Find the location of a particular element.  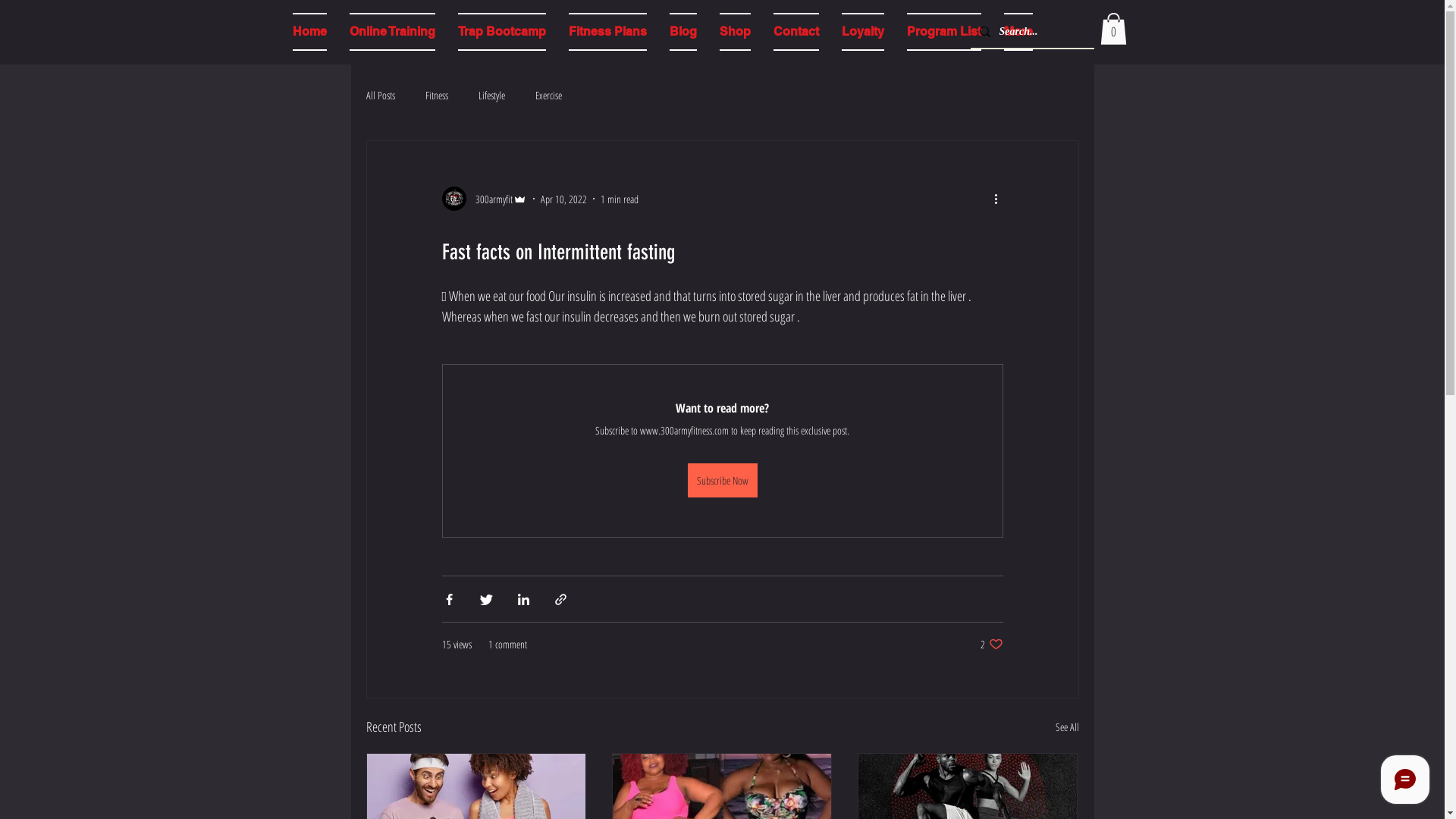

'0' is located at coordinates (1112, 29).